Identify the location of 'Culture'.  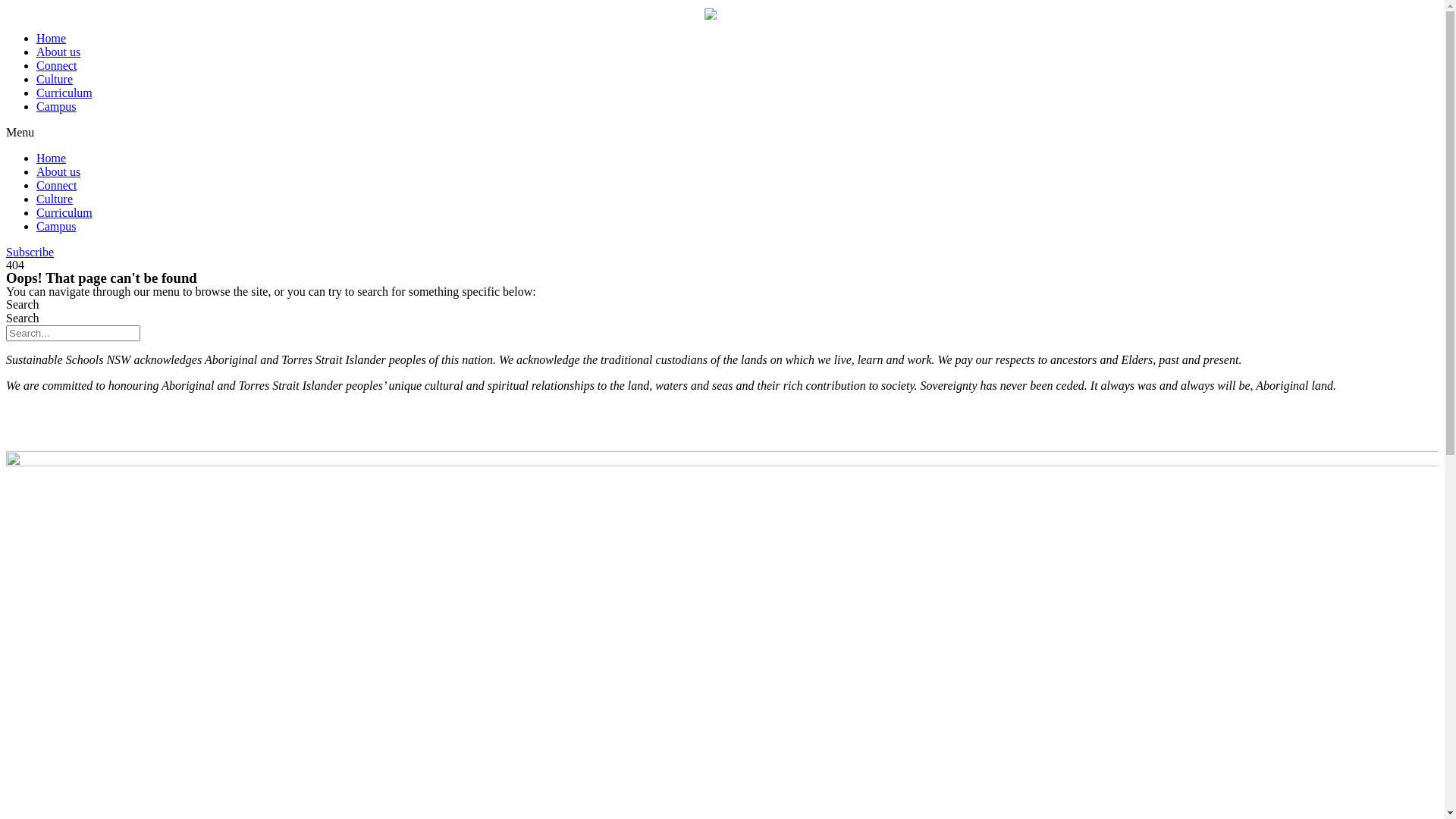
(55, 79).